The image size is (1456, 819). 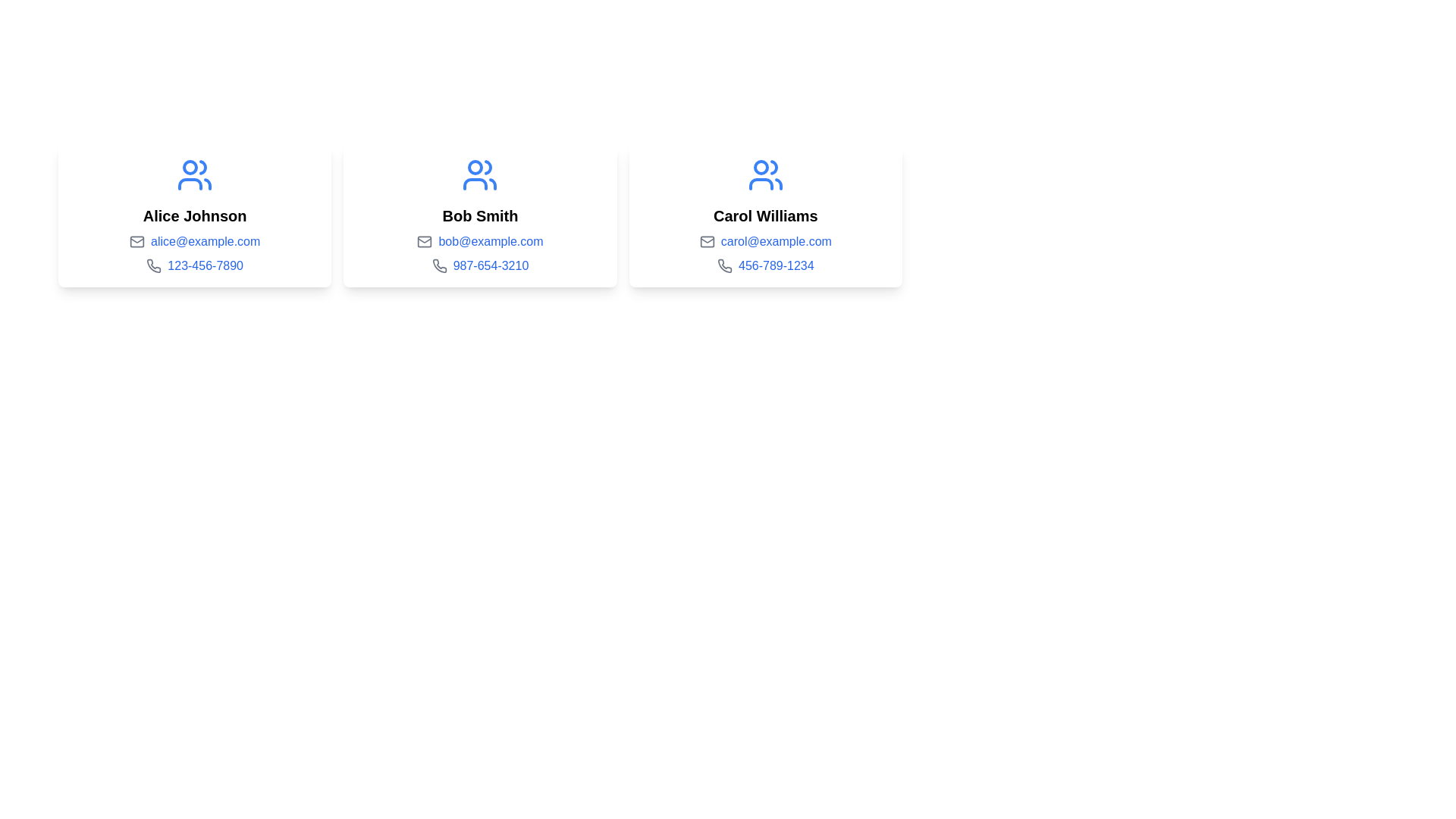 What do you see at coordinates (706, 241) in the screenshot?
I see `the mail icon styled as an outline of an envelope, located to the left of the email address 'carol@example.com'` at bounding box center [706, 241].